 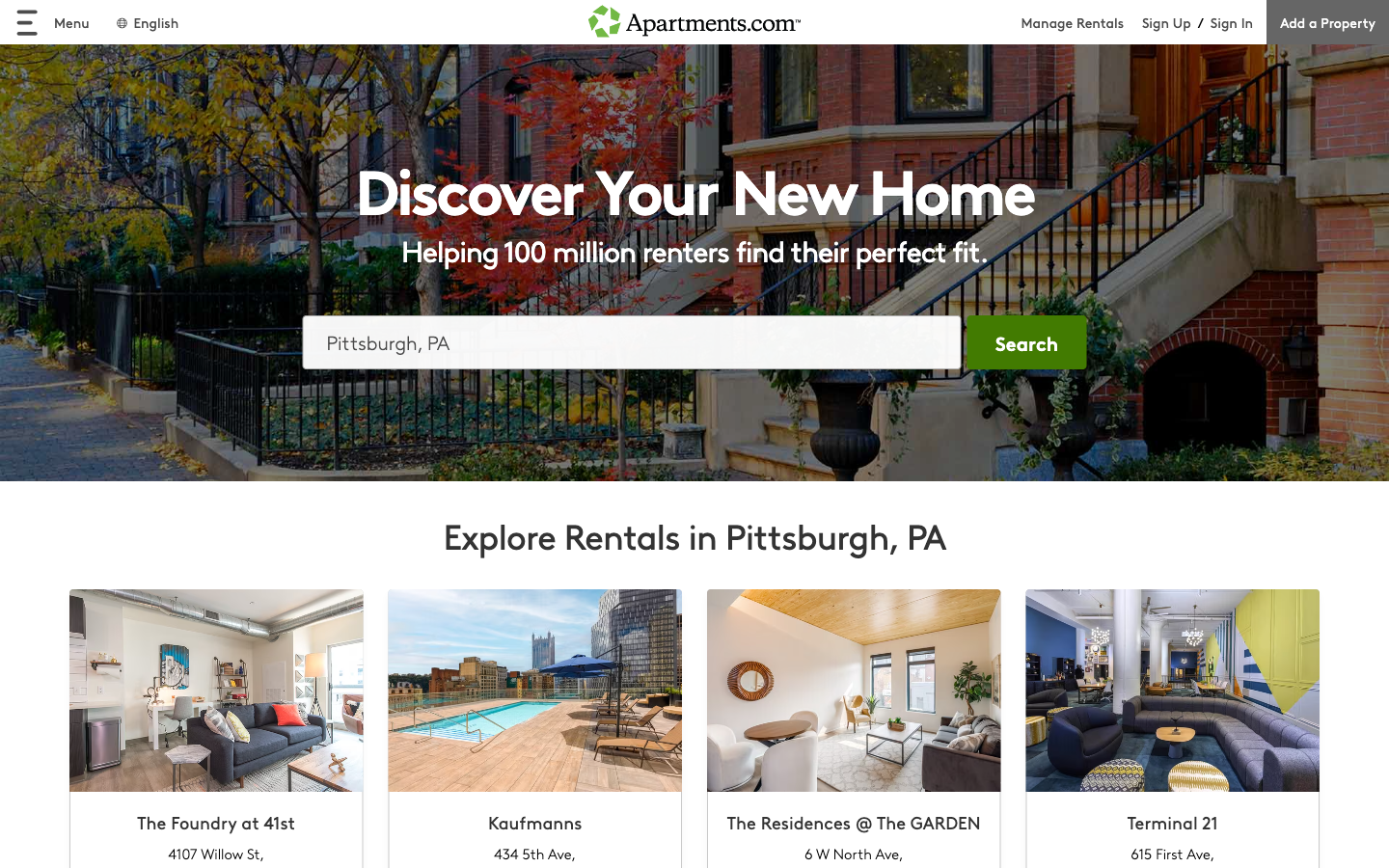 What do you see at coordinates (694, 21) in the screenshot?
I see `the homepage` at bounding box center [694, 21].